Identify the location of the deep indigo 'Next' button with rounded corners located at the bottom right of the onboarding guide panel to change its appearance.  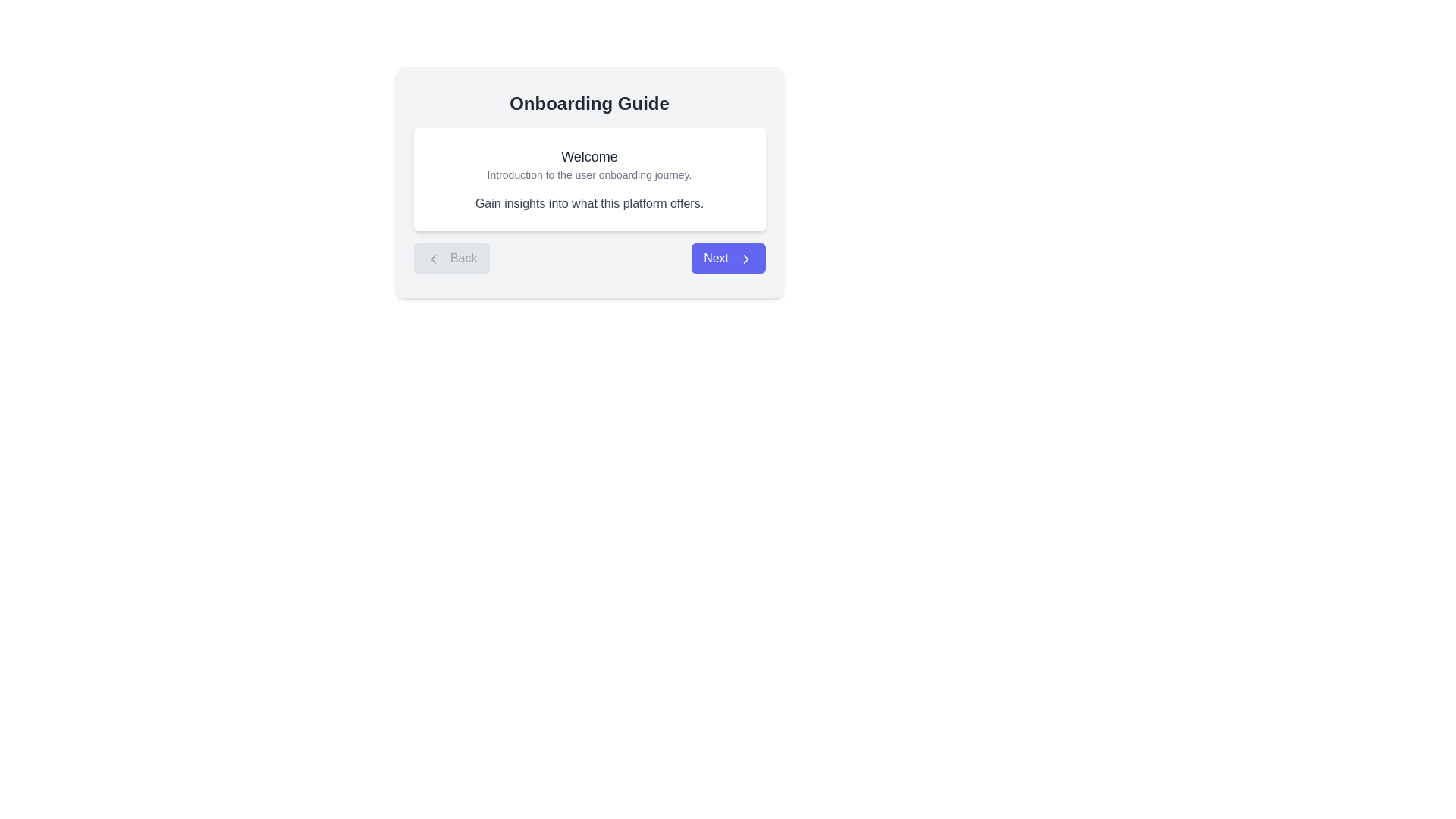
(728, 257).